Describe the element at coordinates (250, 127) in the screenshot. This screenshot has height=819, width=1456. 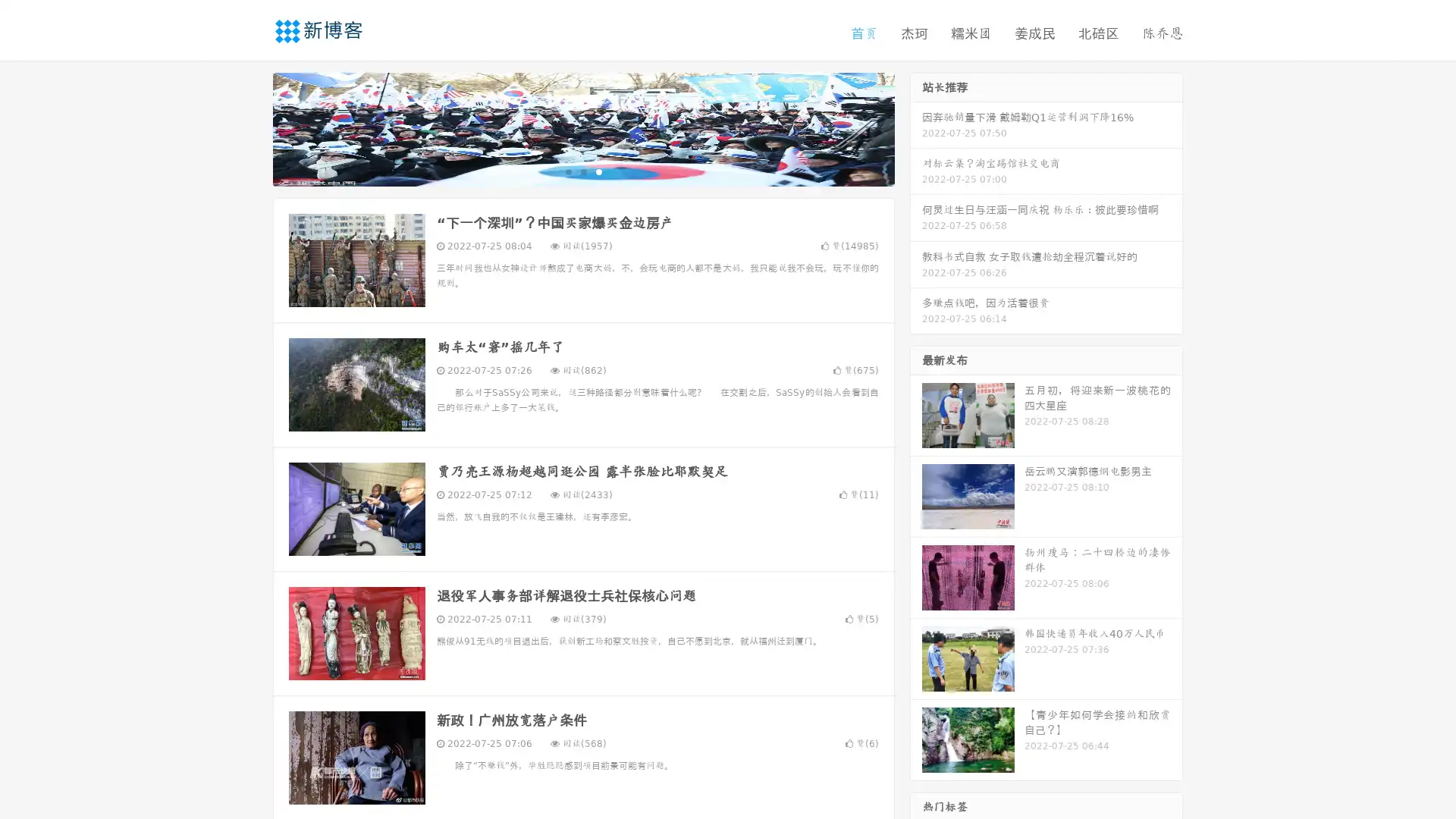
I see `Previous slide` at that location.